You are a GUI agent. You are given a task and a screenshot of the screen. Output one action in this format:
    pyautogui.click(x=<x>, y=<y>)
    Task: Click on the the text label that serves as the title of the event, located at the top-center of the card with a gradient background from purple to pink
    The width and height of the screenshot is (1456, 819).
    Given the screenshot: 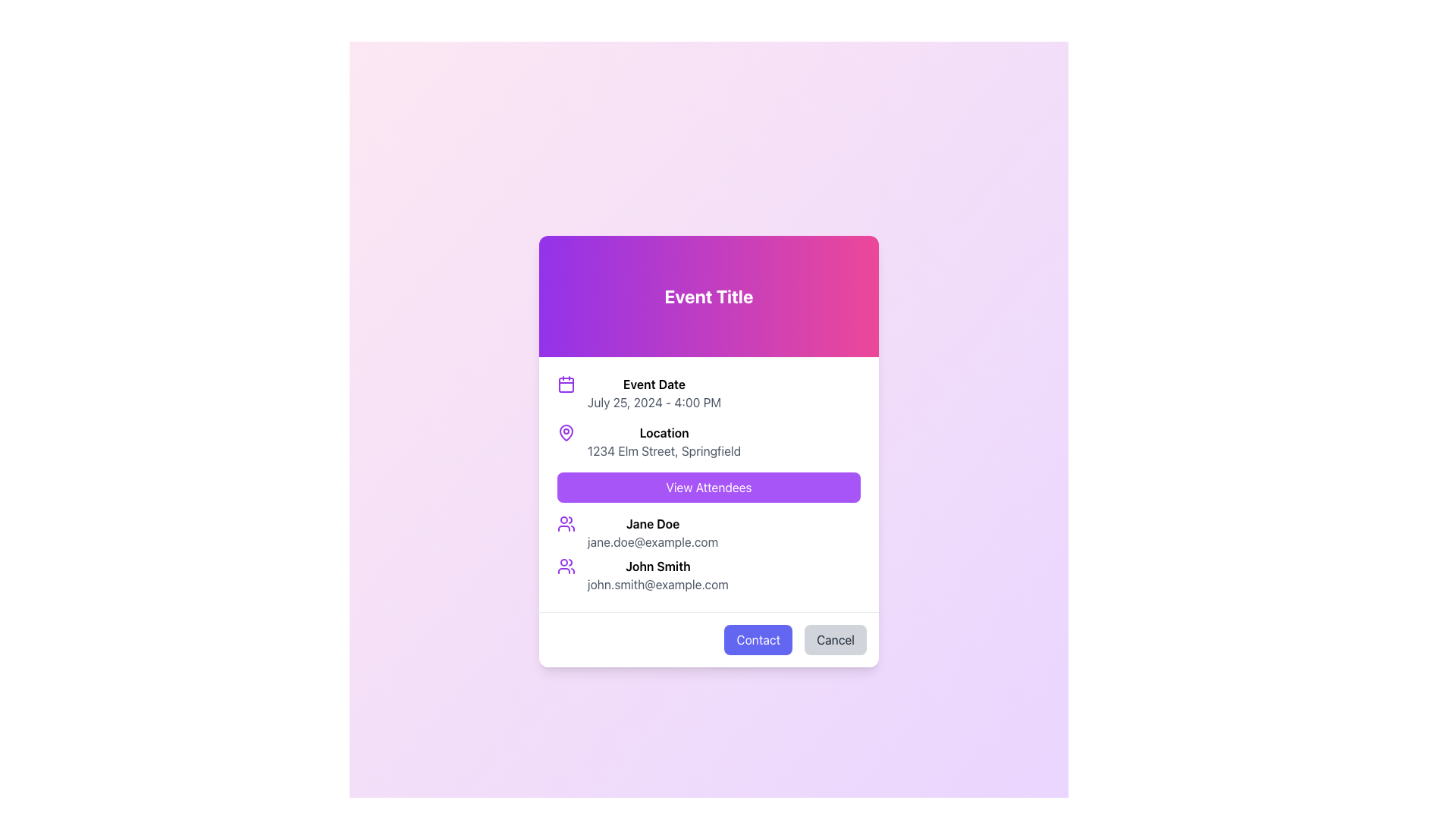 What is the action you would take?
    pyautogui.click(x=708, y=296)
    